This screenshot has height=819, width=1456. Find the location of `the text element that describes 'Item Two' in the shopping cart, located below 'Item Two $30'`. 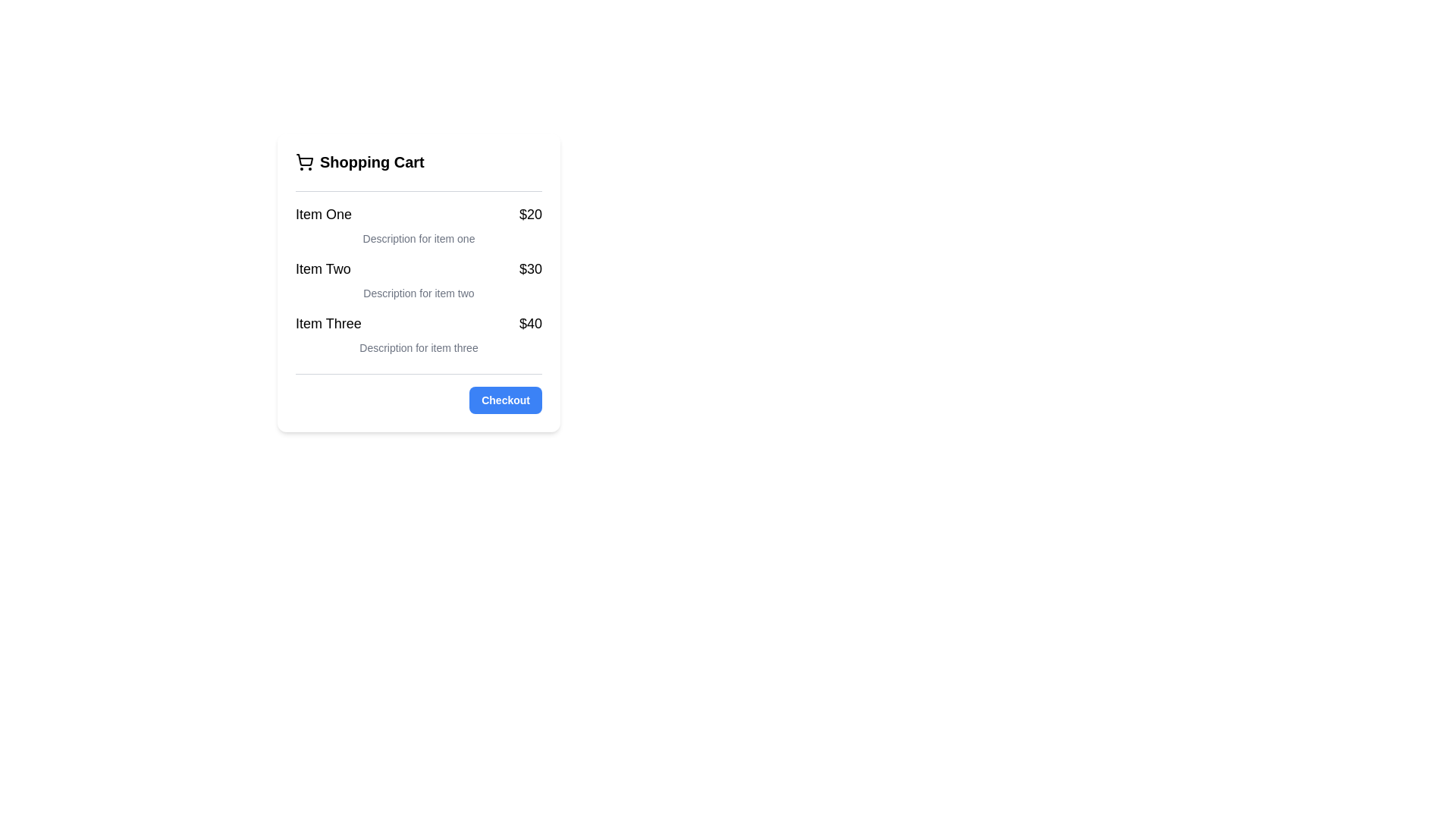

the text element that describes 'Item Two' in the shopping cart, located below 'Item Two $30' is located at coordinates (419, 293).